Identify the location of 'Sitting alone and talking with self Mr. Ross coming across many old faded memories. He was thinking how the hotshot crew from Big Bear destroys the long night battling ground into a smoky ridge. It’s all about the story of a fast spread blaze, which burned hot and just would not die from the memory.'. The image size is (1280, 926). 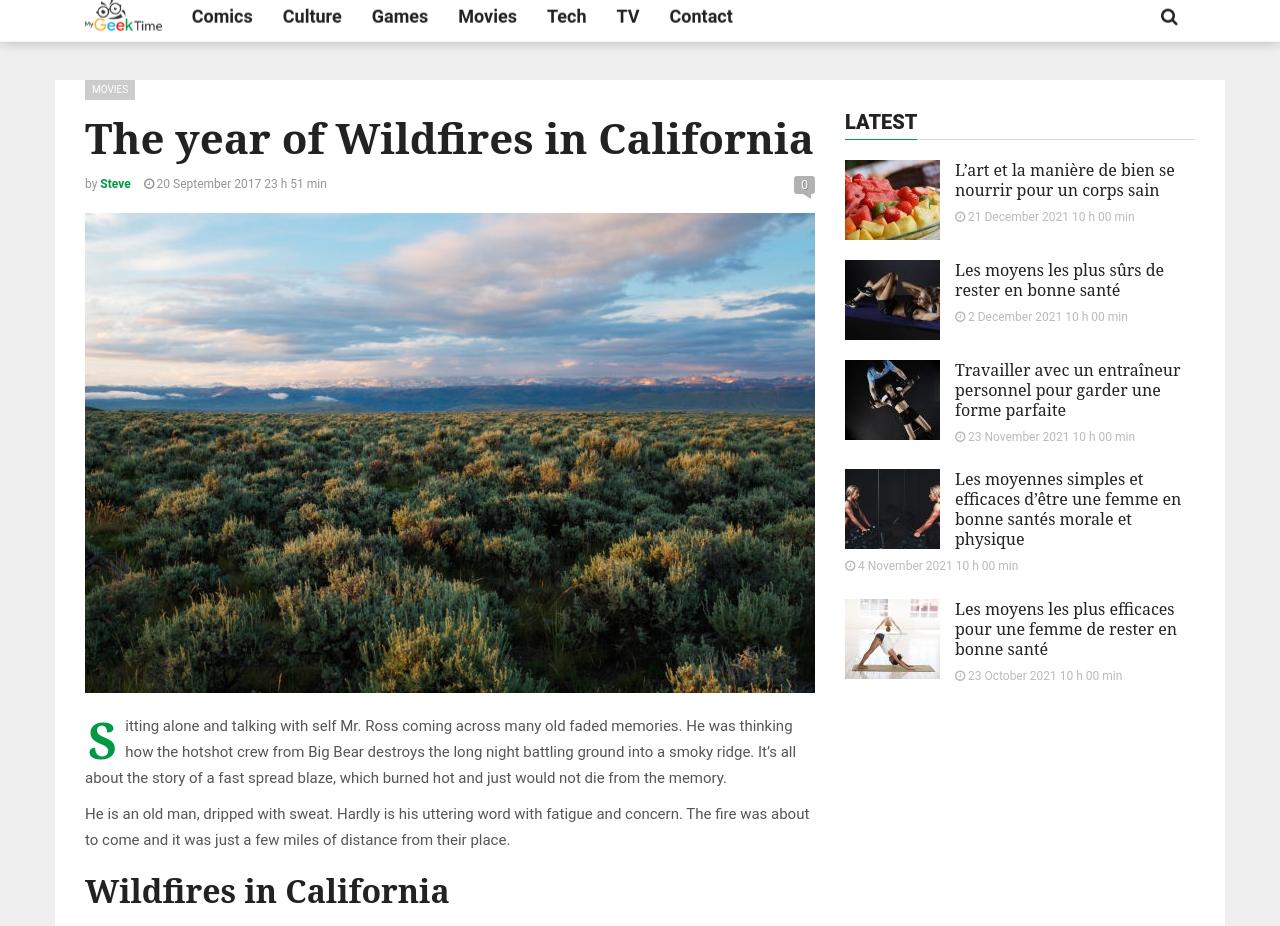
(83, 746).